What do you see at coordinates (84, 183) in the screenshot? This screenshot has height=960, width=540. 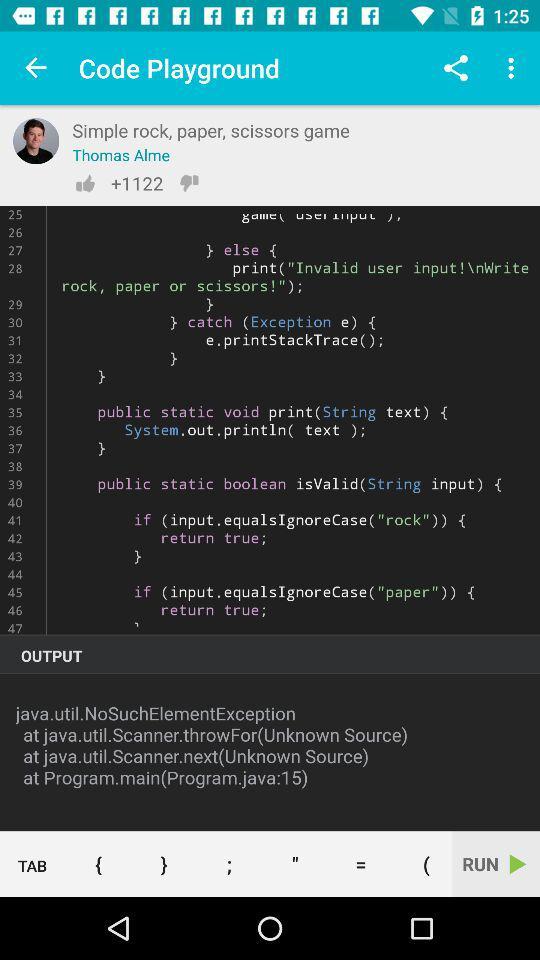 I see `like this post` at bounding box center [84, 183].